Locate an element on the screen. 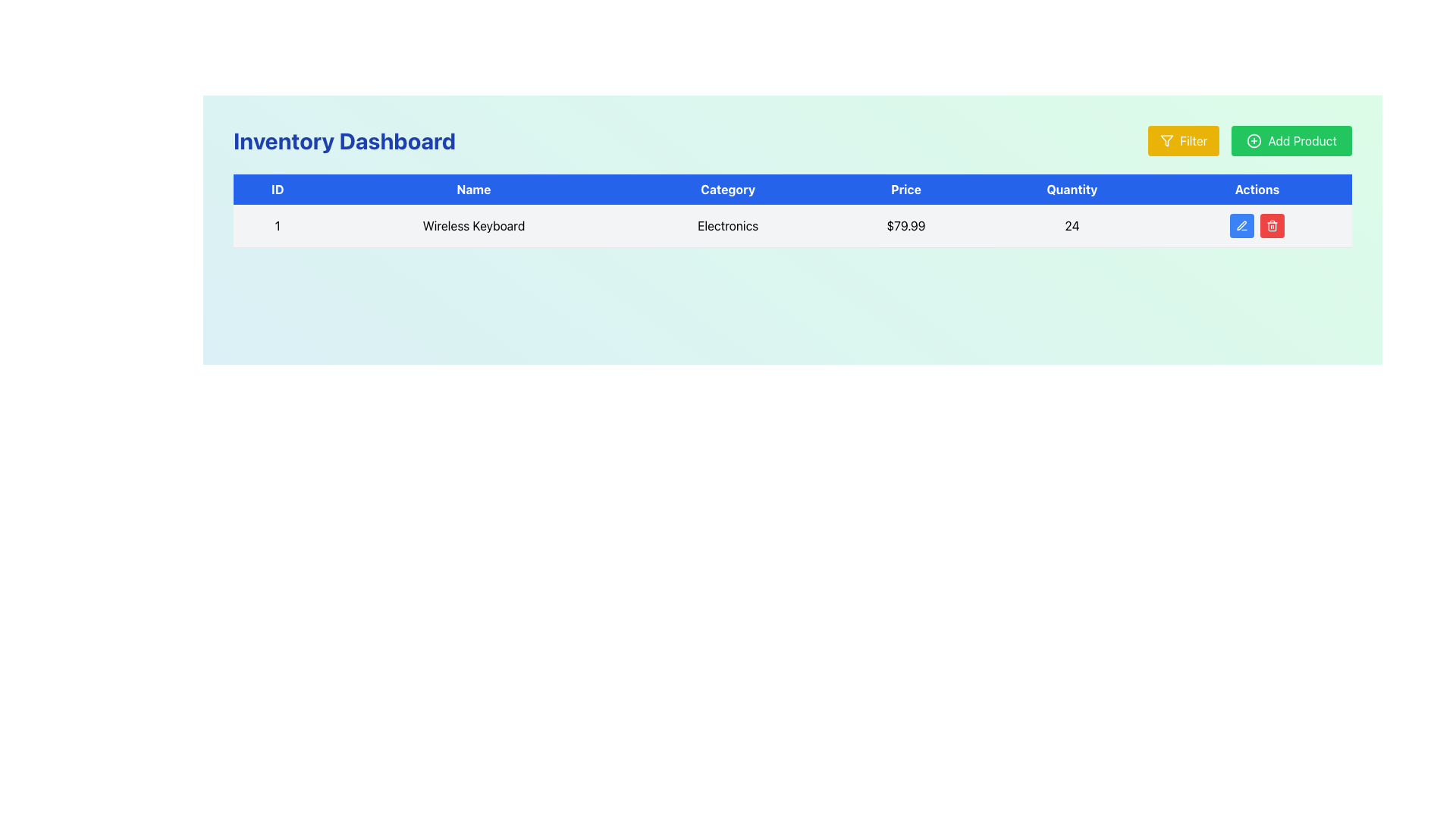 The width and height of the screenshot is (1456, 819). the pen icon in the 'Actions' column of the first row of the data table is located at coordinates (1241, 225).